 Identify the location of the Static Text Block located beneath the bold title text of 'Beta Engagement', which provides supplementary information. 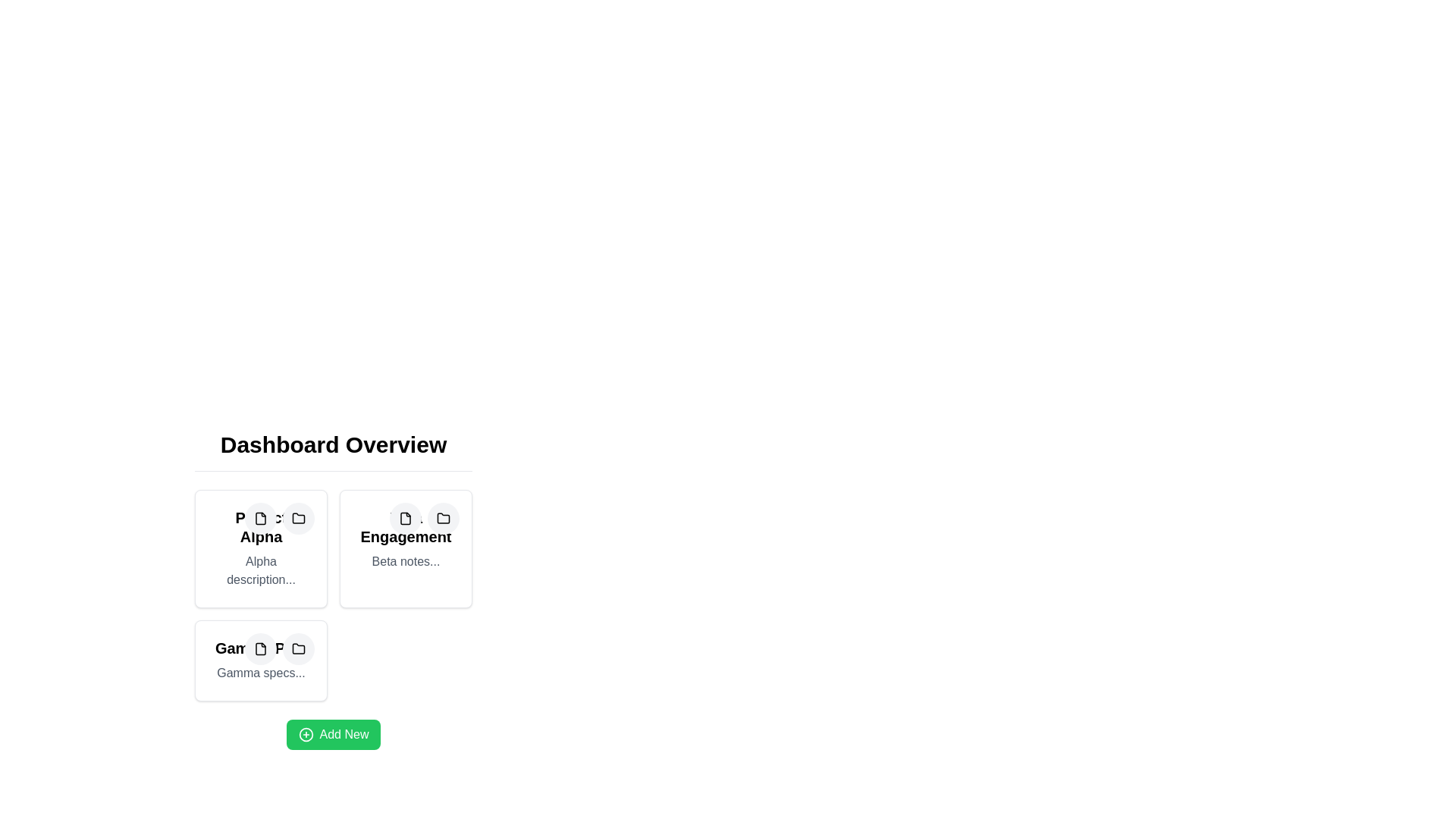
(406, 561).